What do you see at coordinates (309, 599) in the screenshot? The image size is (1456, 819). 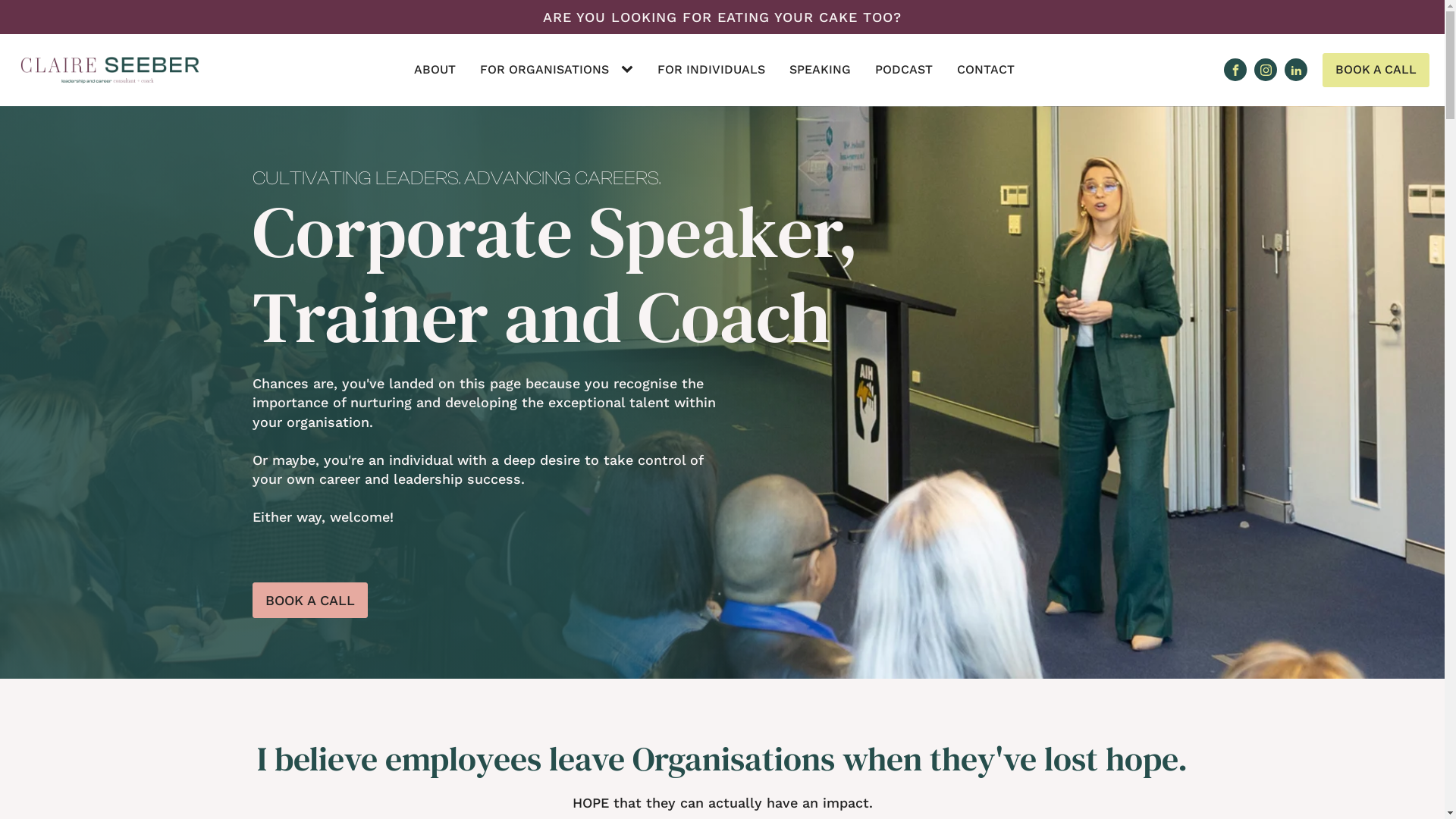 I see `'BOOK A CALL'` at bounding box center [309, 599].